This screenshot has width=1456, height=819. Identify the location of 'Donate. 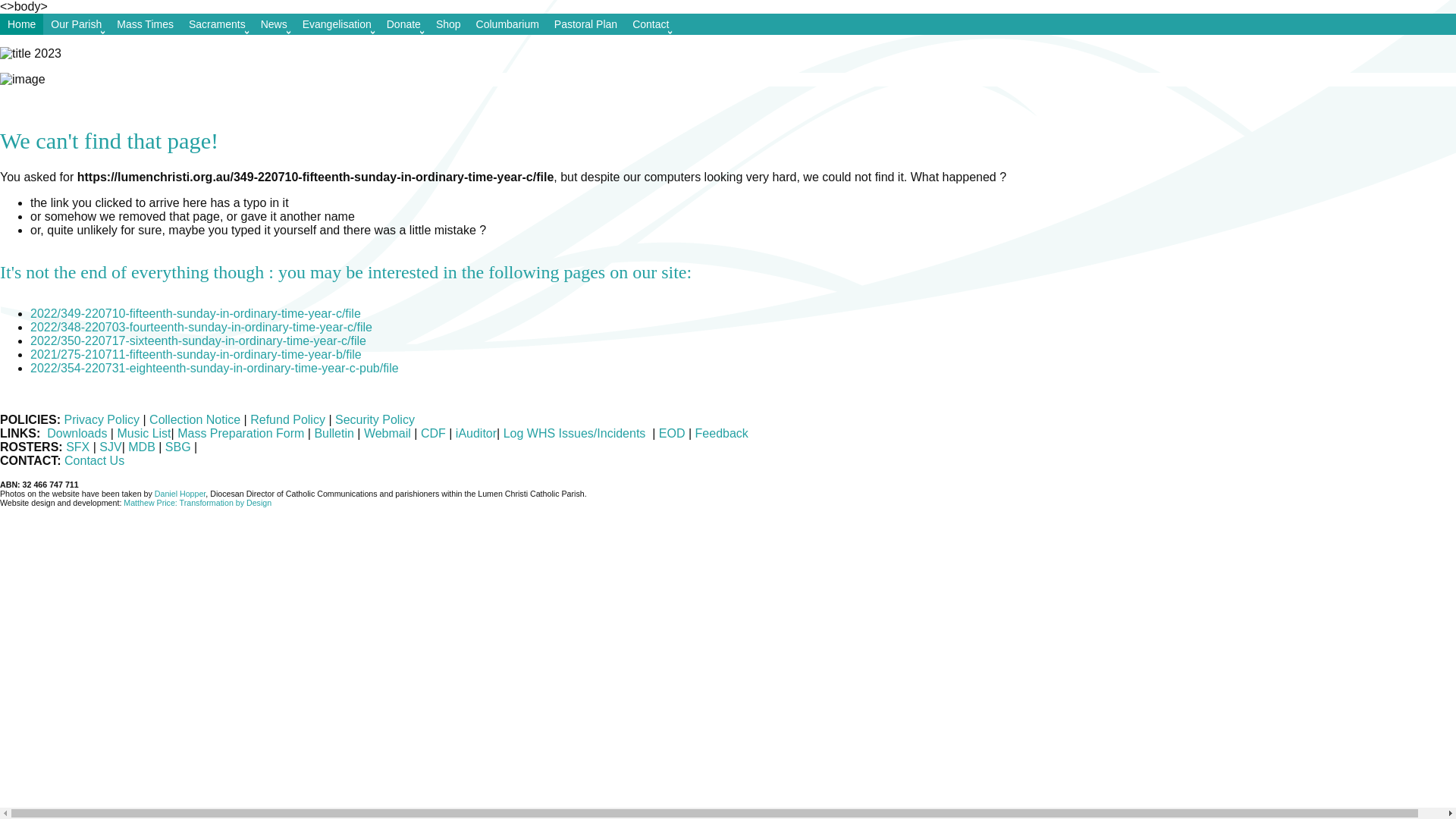
(403, 24).